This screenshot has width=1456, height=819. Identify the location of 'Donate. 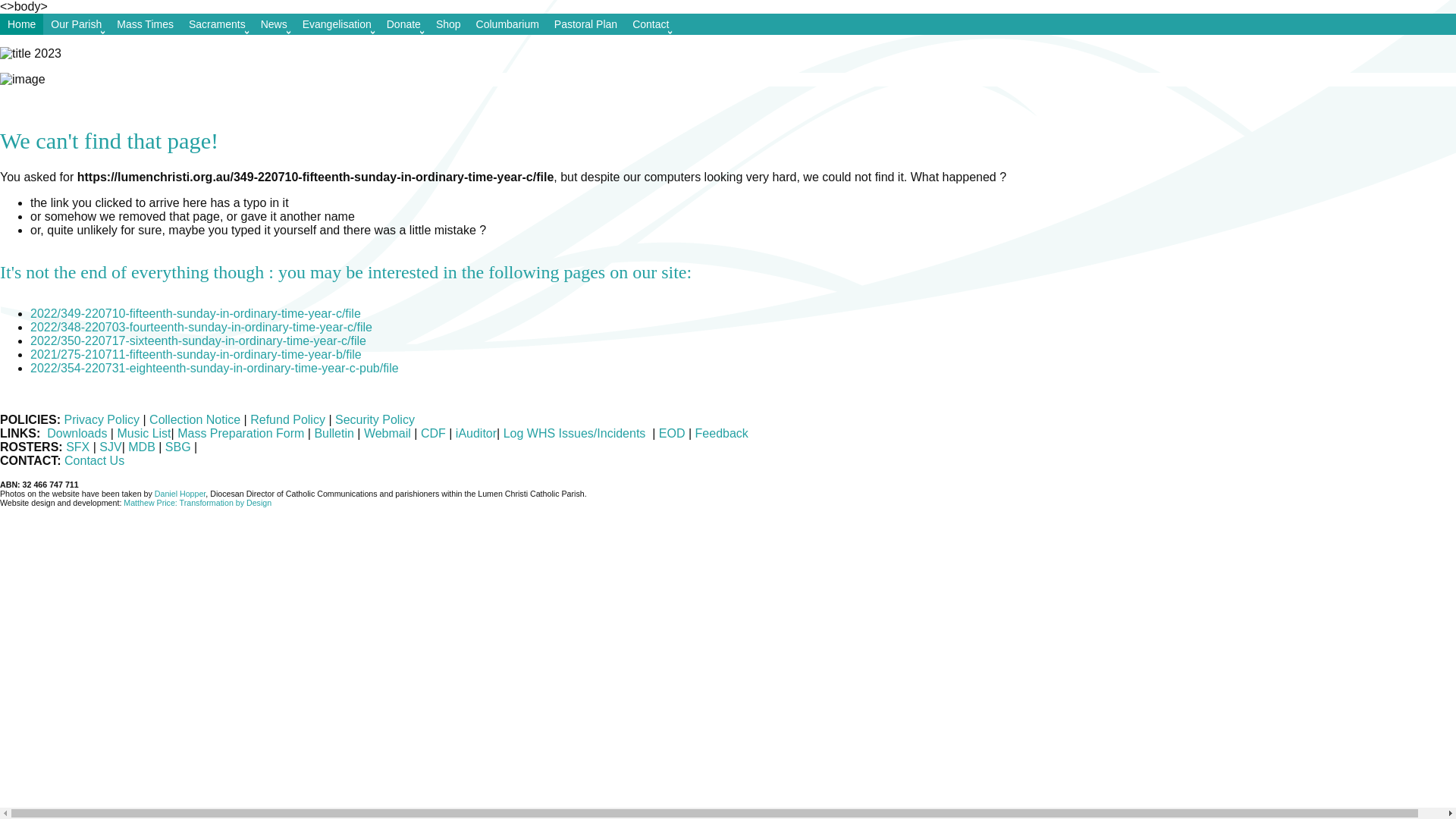
(403, 24).